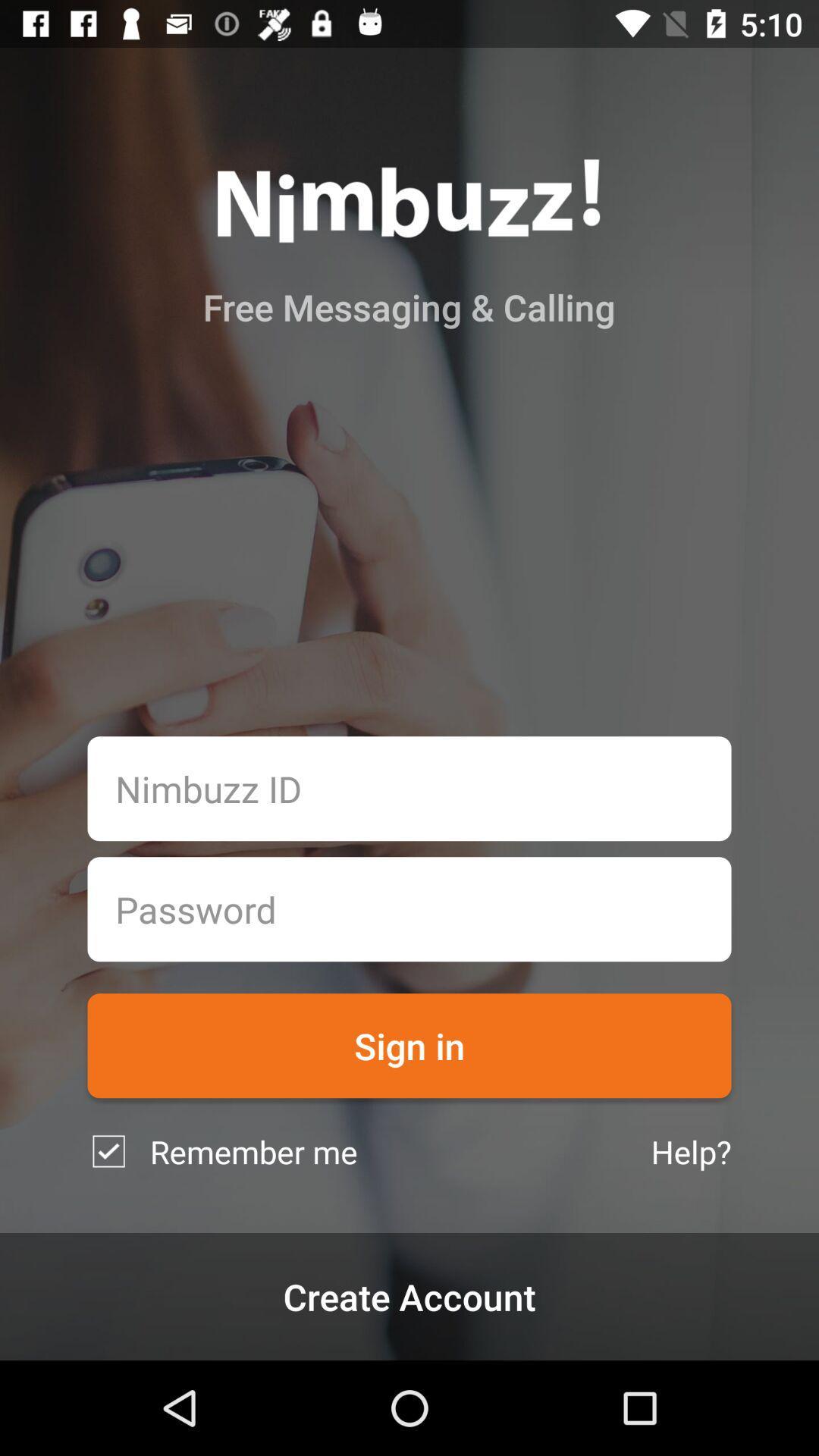 This screenshot has width=819, height=1456. Describe the element at coordinates (409, 789) in the screenshot. I see `nimbuzz id` at that location.